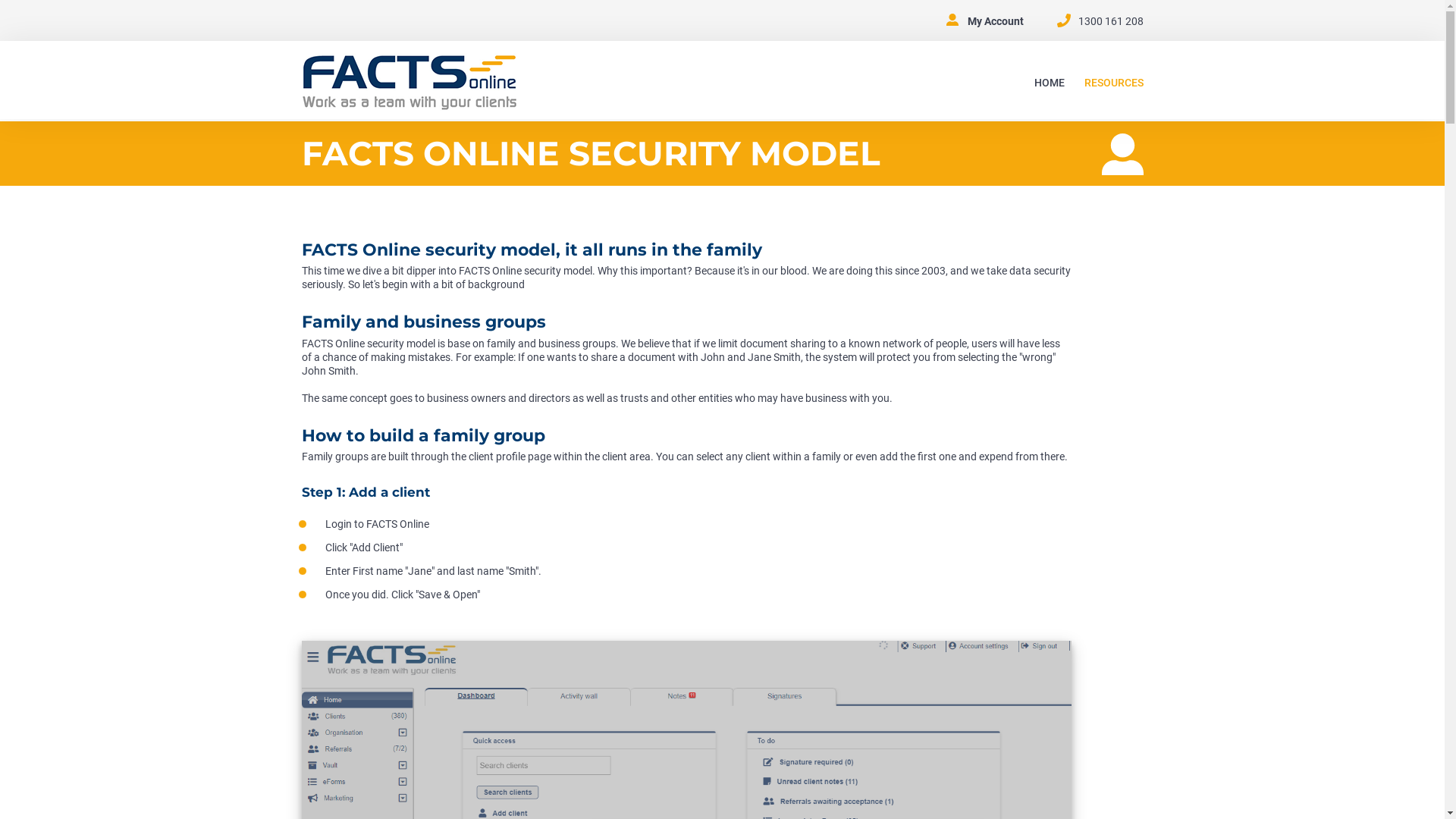 The image size is (1456, 819). Describe the element at coordinates (996, 20) in the screenshot. I see `'My Account'` at that location.